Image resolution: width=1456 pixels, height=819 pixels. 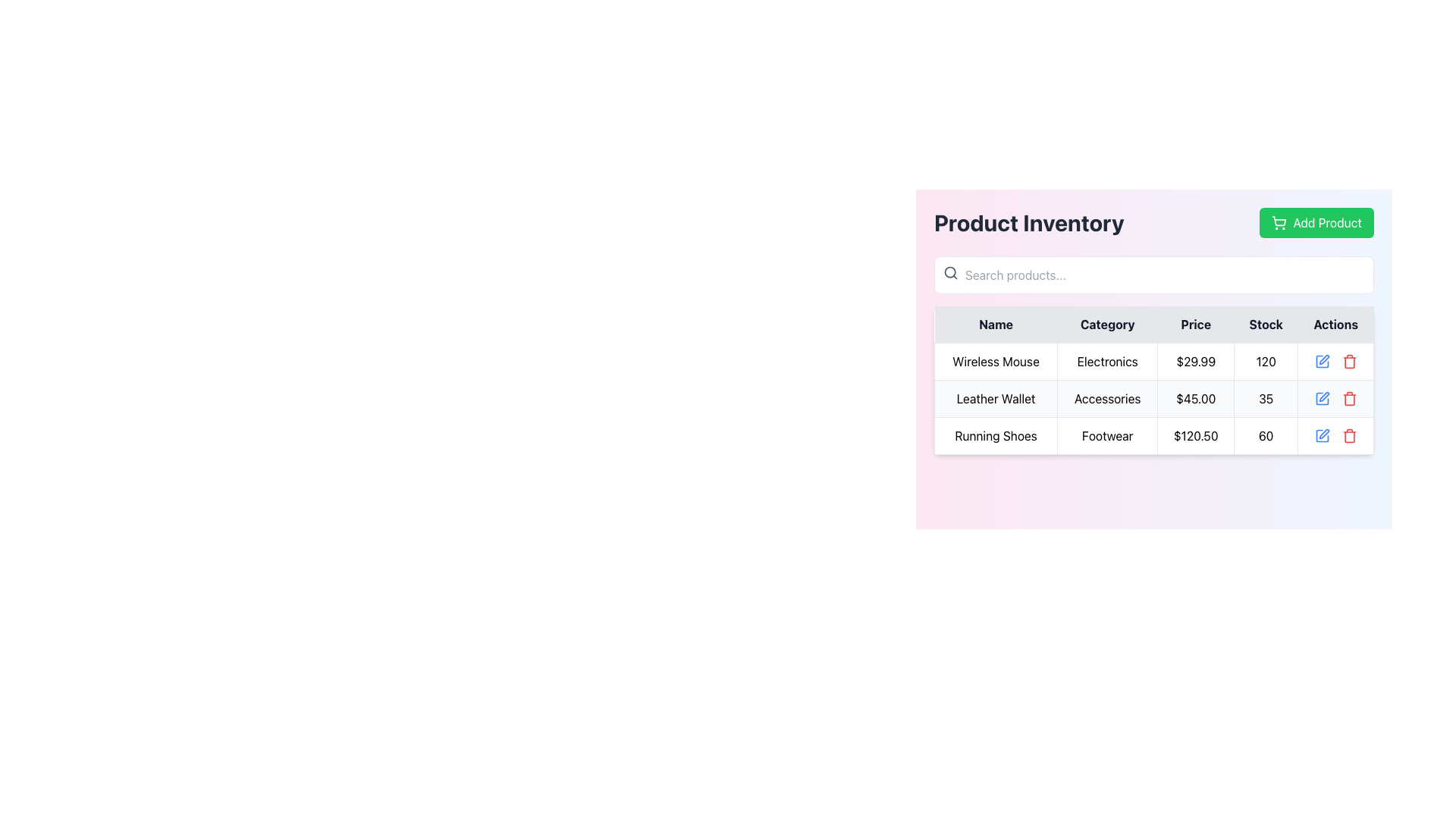 I want to click on the shopping cart icon located on the left side of the 'Add Product' button in the top-right corner of the interface, so click(x=1279, y=222).